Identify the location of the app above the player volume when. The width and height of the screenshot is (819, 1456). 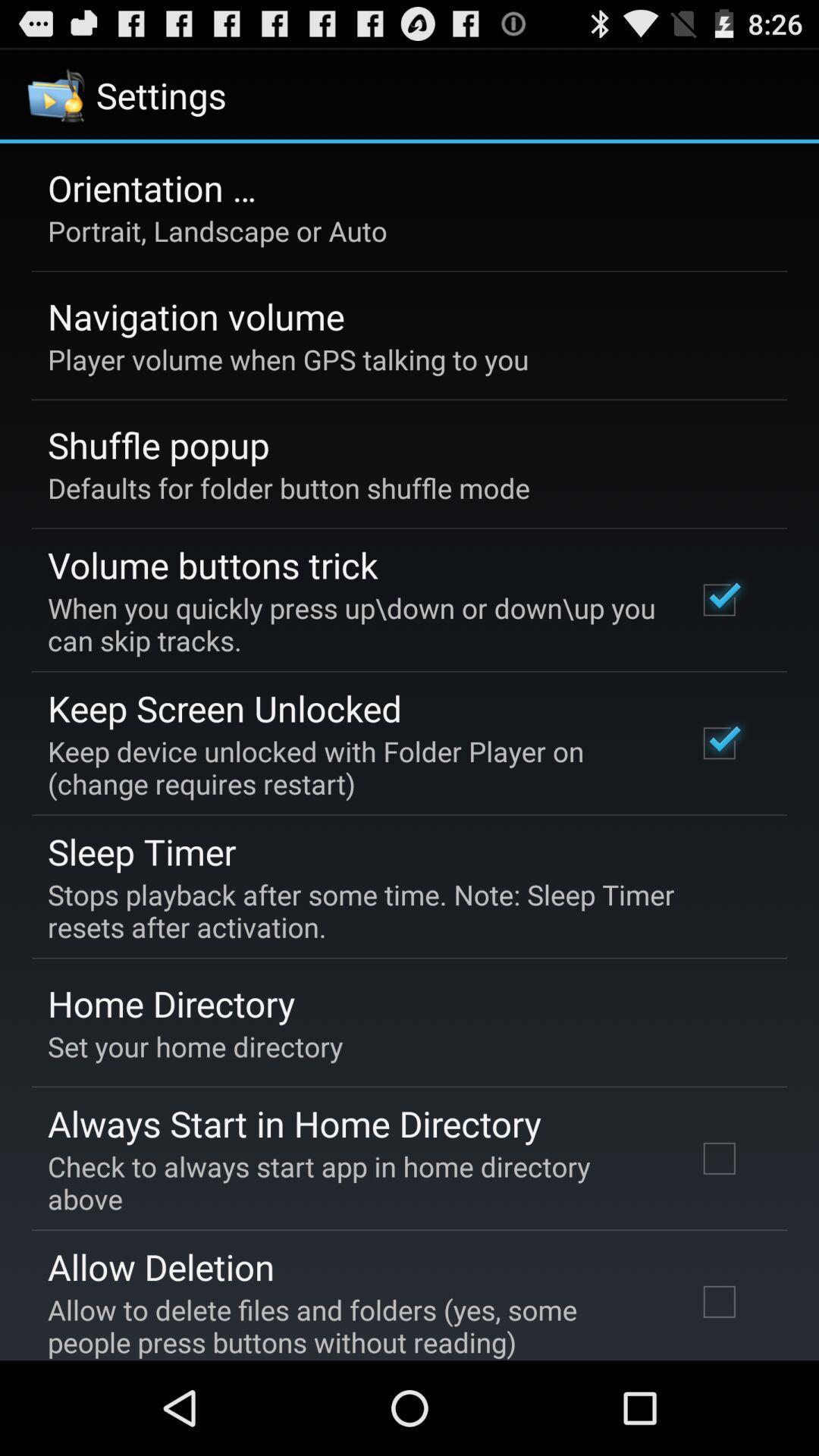
(195, 315).